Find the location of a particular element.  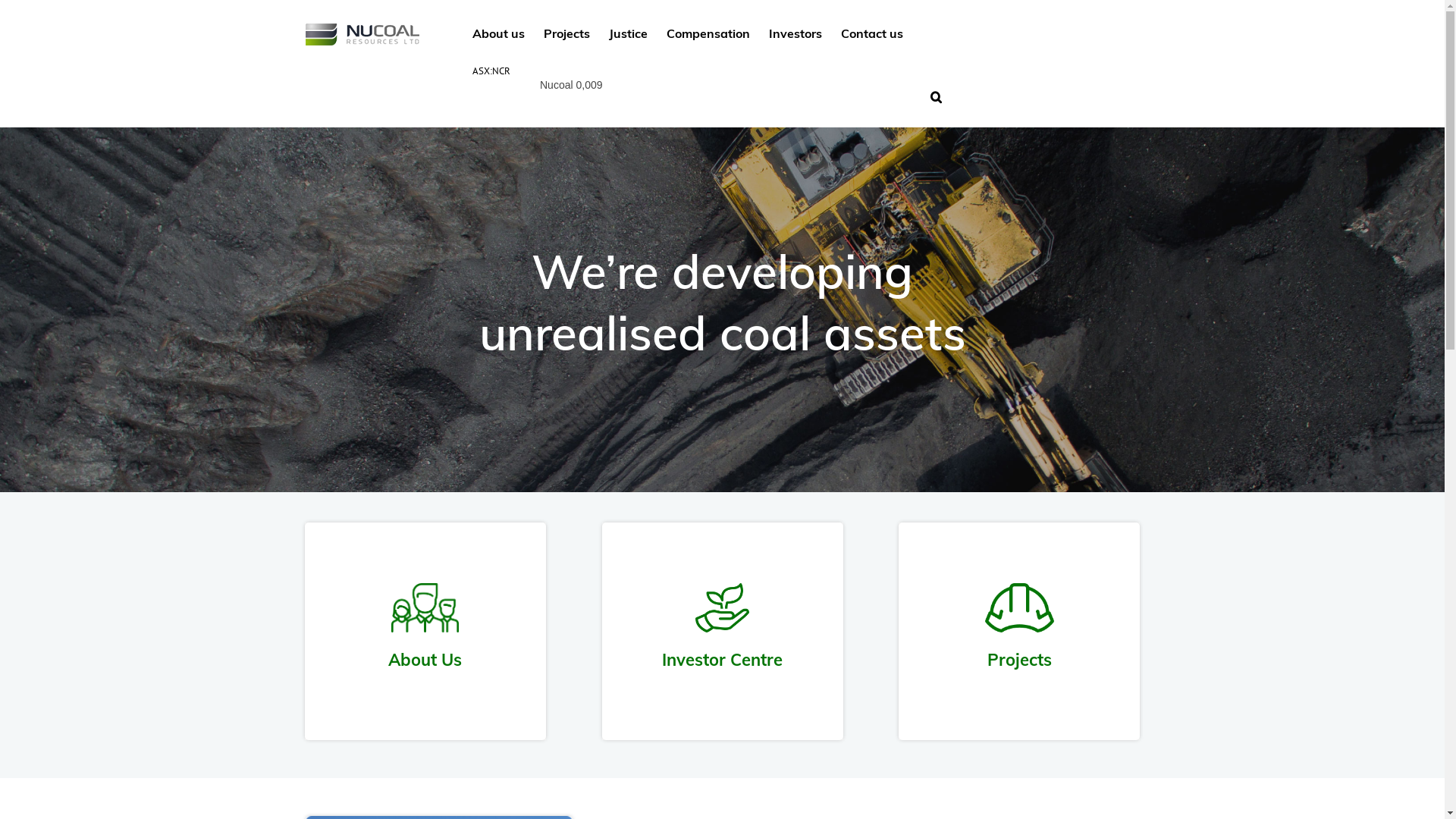

'Investors' is located at coordinates (795, 32).